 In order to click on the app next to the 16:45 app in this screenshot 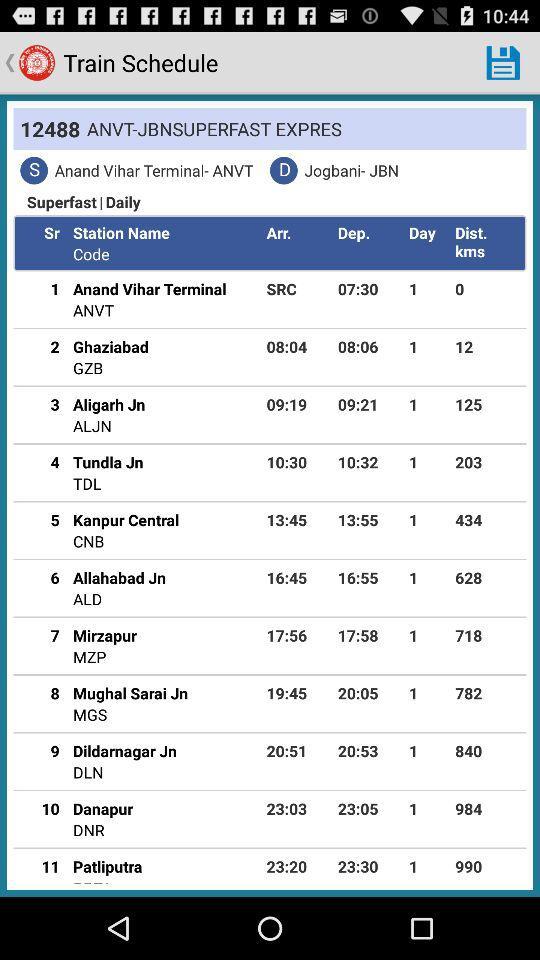, I will do `click(119, 577)`.